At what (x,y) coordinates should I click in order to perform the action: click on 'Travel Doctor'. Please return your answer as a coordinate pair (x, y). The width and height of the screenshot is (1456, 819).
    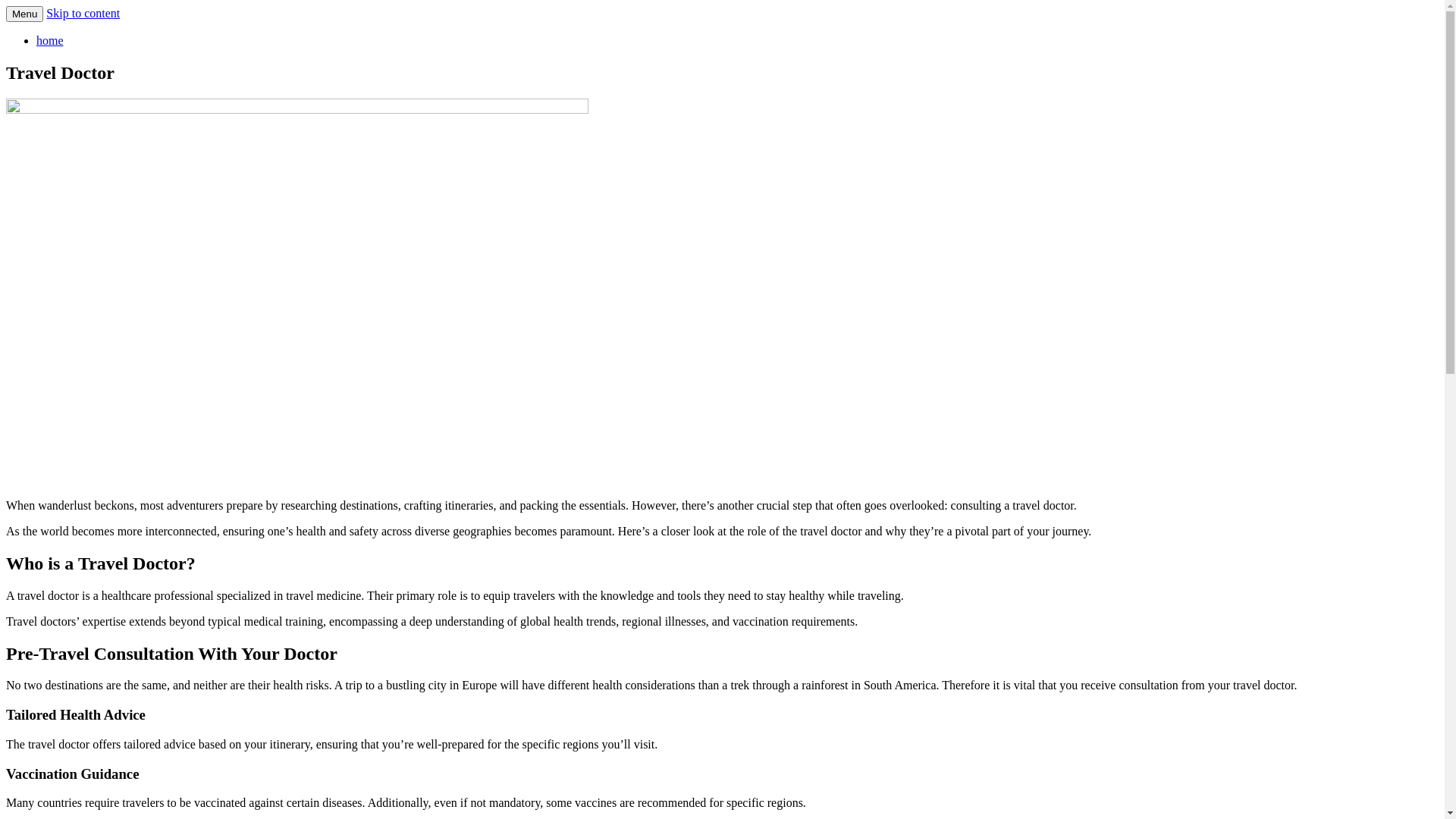
    Looking at the image, I should click on (77, 34).